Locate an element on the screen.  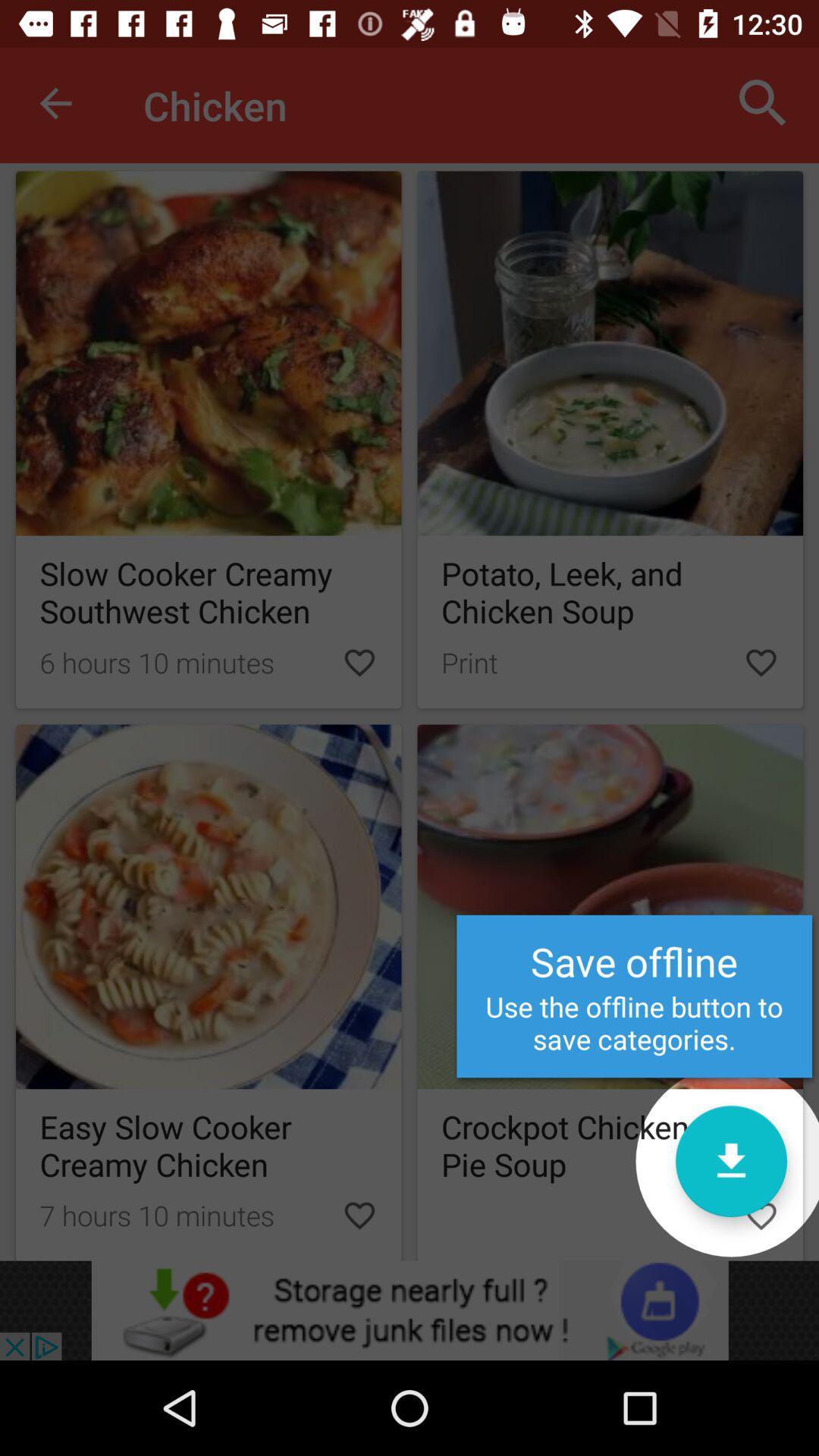
4th picture is located at coordinates (209, 993).